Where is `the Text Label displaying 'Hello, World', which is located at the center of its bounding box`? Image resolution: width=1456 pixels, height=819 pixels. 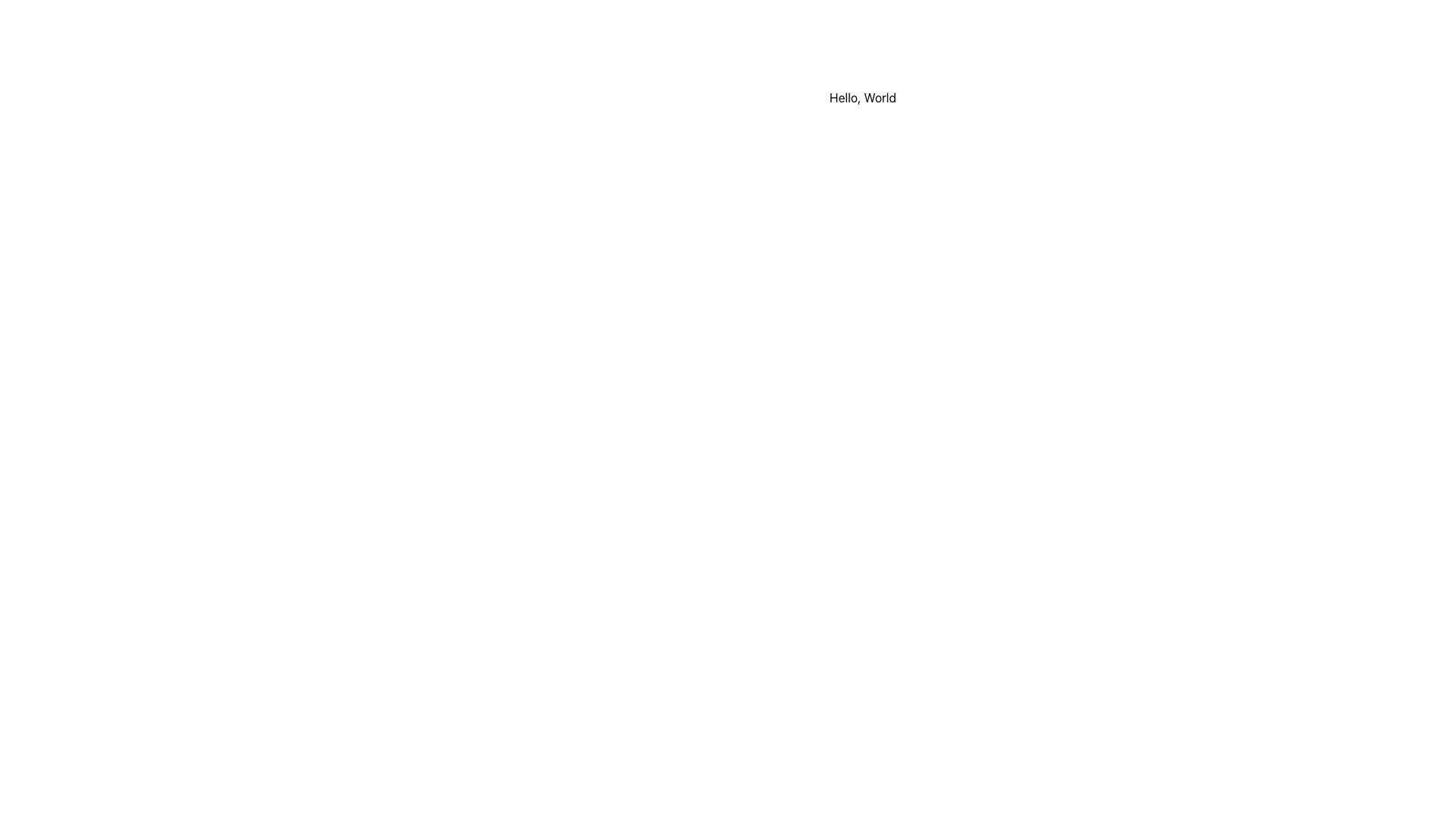 the Text Label displaying 'Hello, World', which is located at the center of its bounding box is located at coordinates (862, 97).